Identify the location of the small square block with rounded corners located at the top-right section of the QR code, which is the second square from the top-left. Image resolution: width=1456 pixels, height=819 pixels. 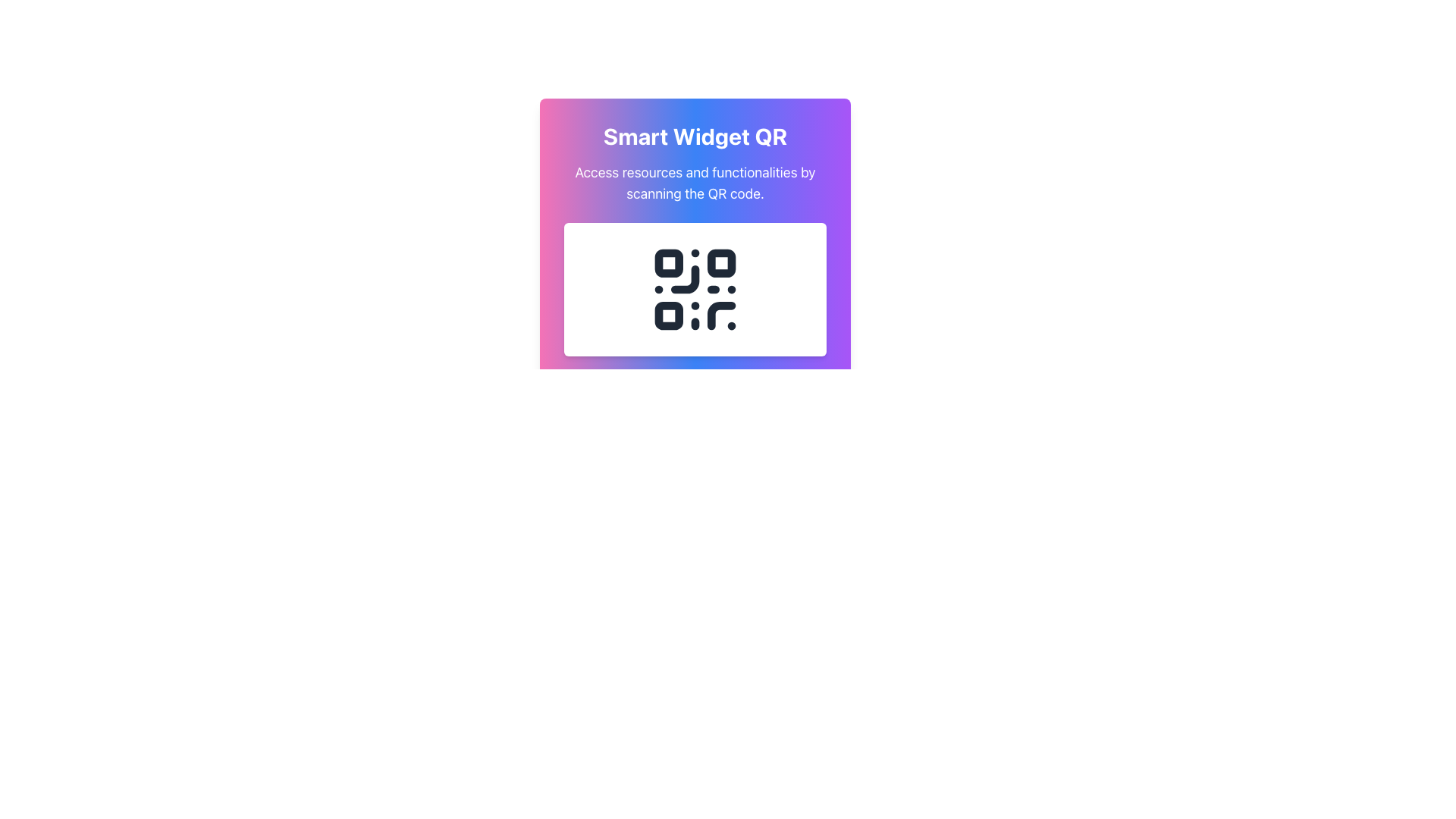
(720, 262).